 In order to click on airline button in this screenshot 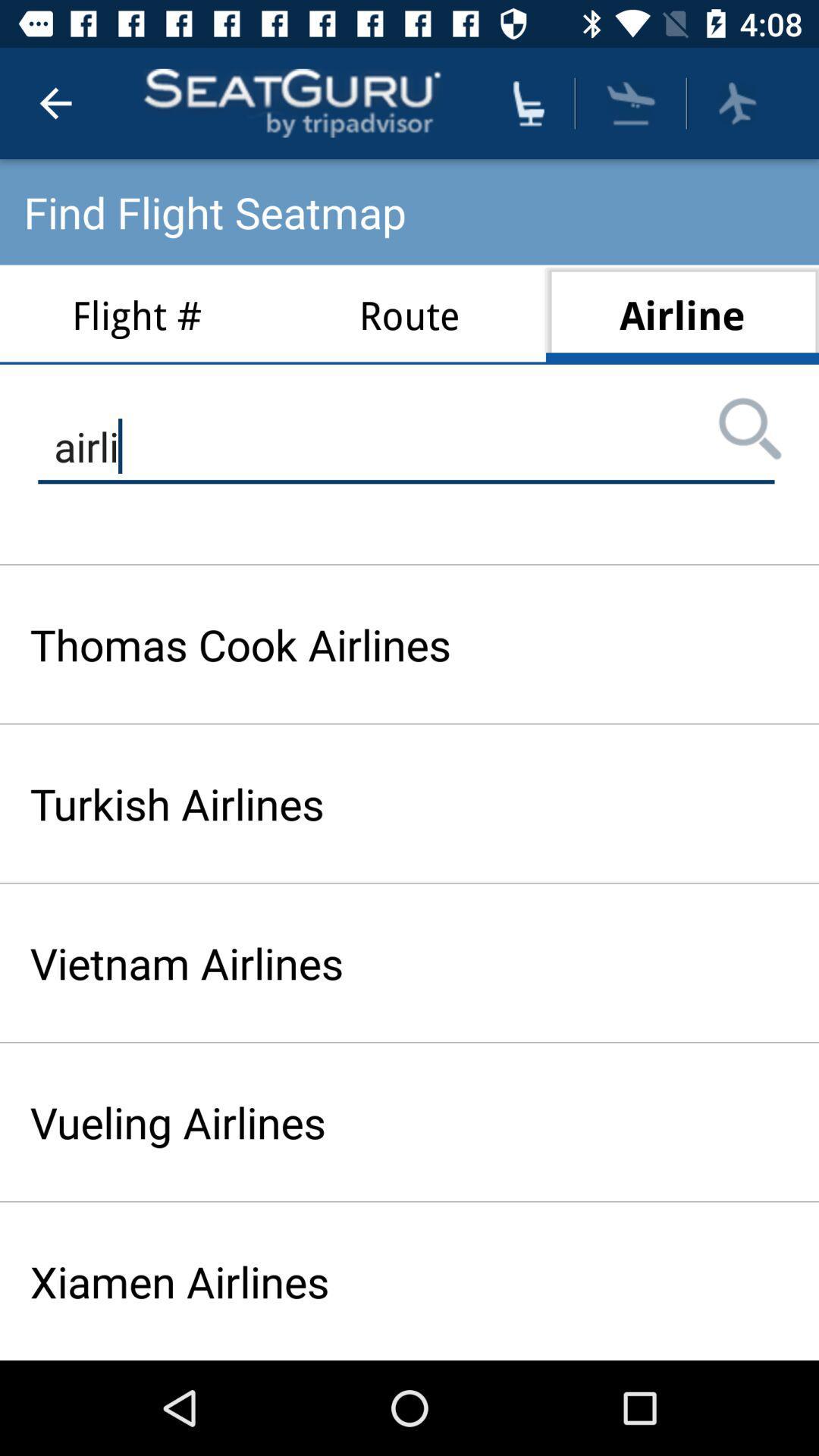, I will do `click(631, 102)`.